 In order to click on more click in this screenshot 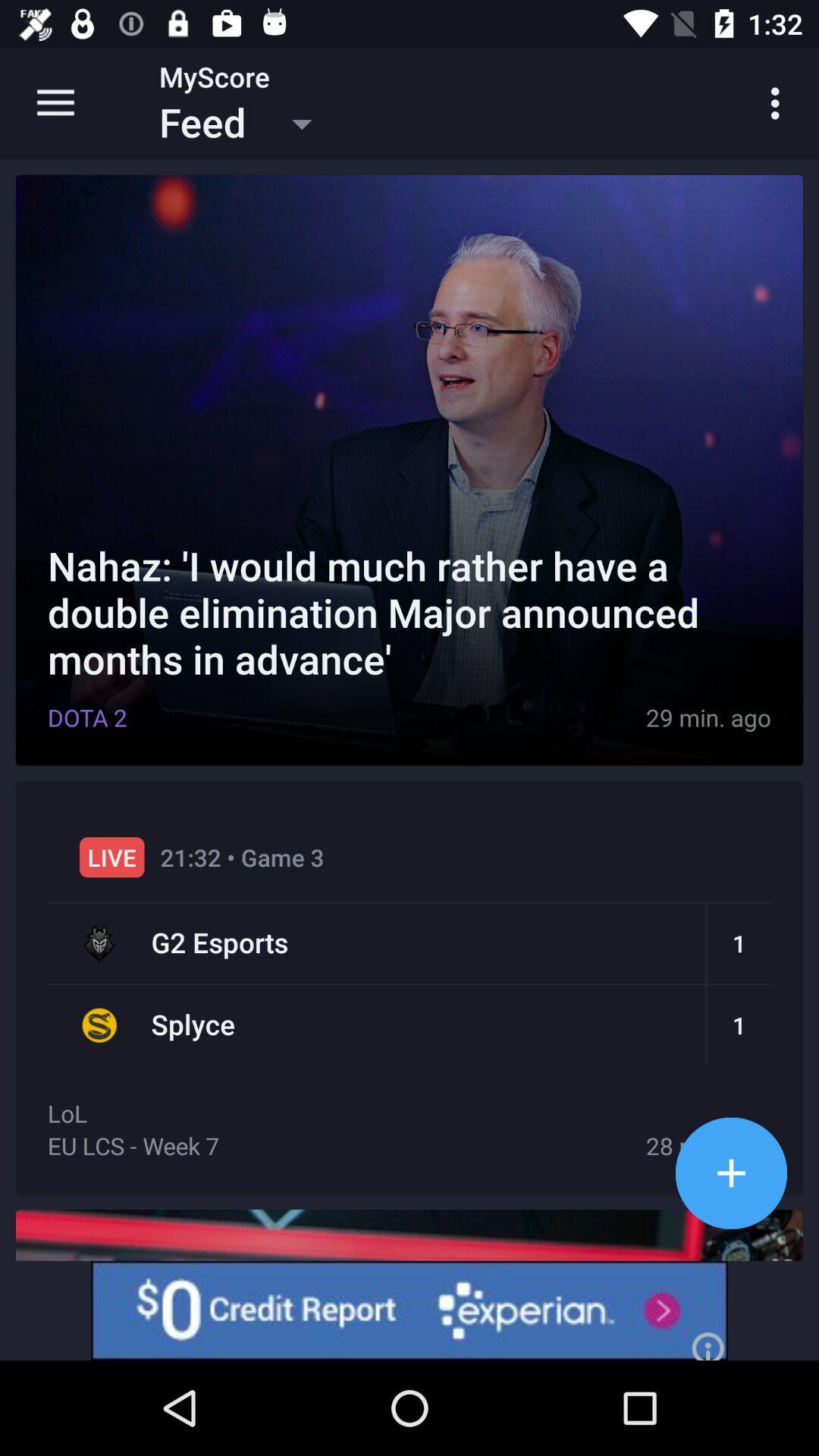, I will do `click(730, 1172)`.